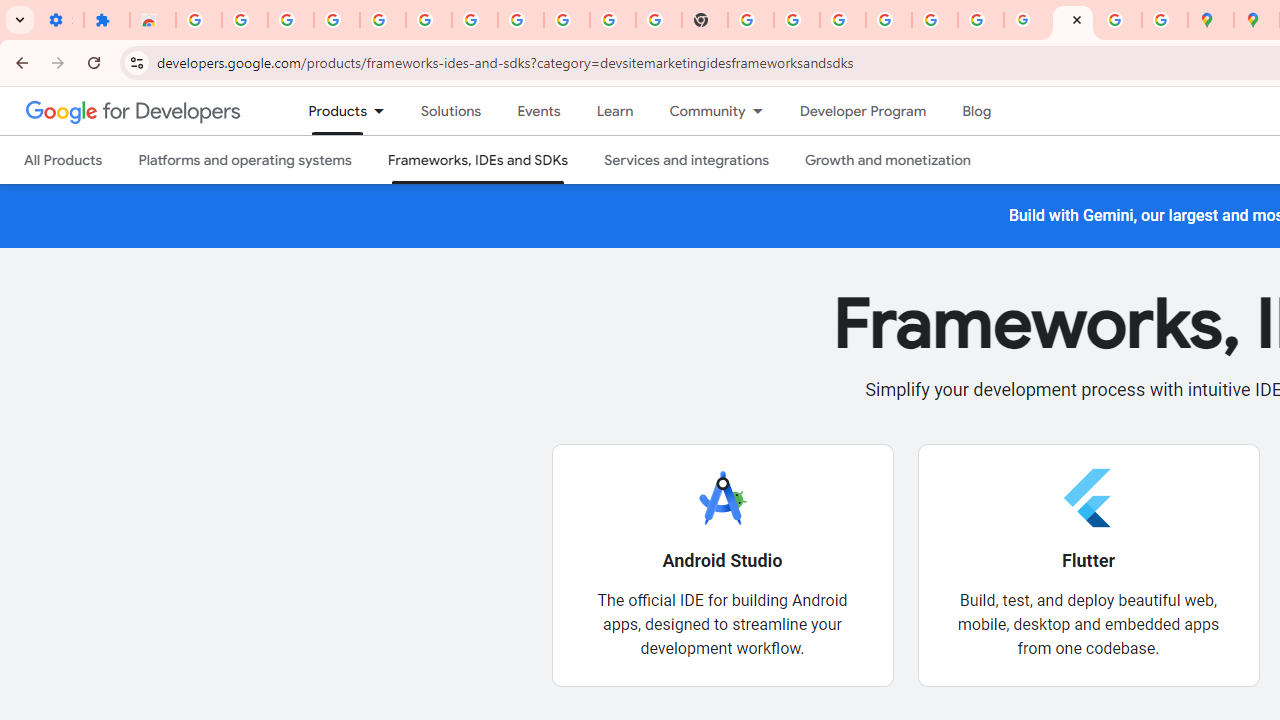 The height and width of the screenshot is (720, 1280). I want to click on 'Frameworks, IDEs and SDKs - Google for Developers', so click(1071, 20).